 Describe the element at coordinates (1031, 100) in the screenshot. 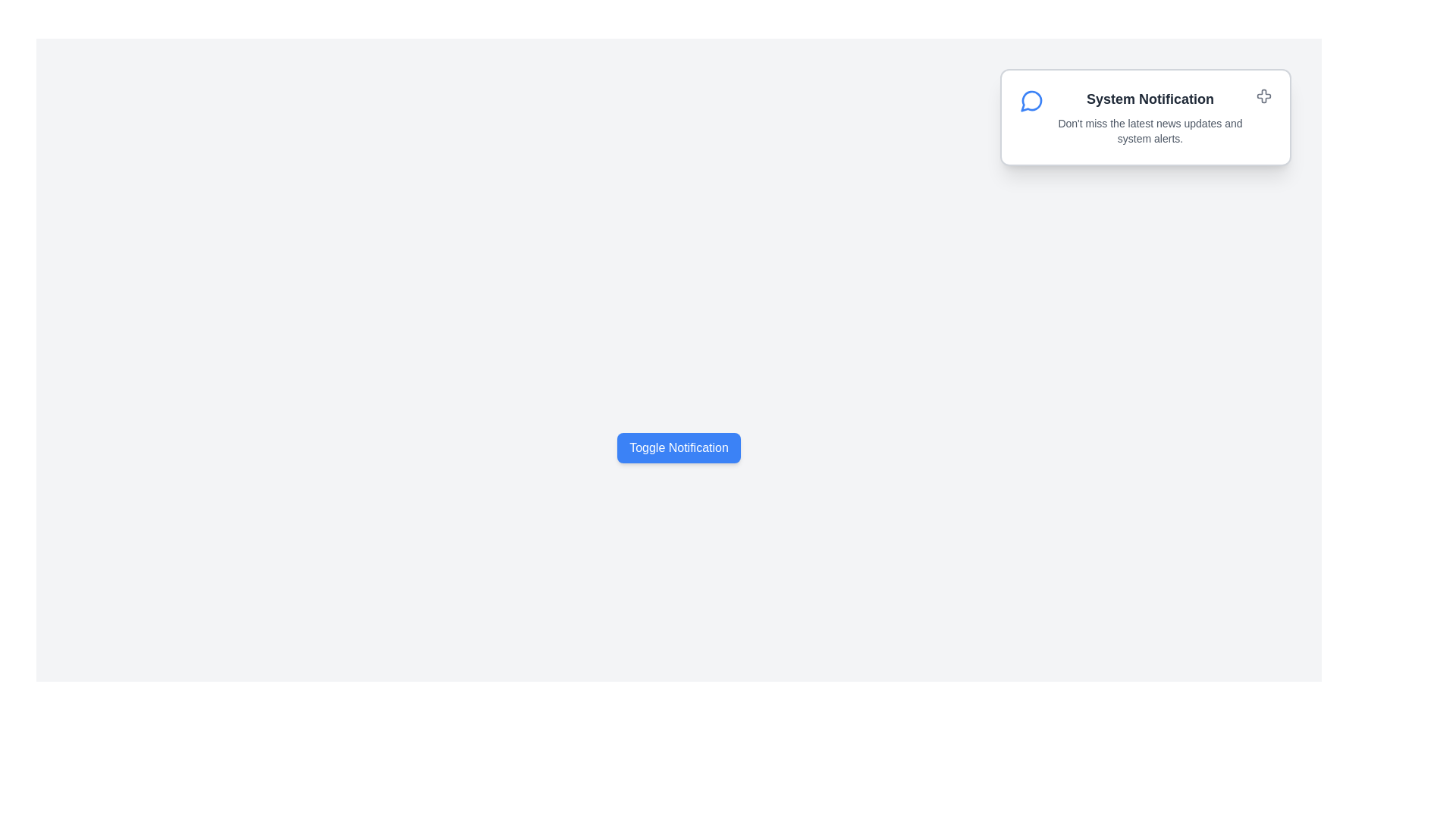

I see `the SVG-based notification icon located to the far left of the 'System Notification' text heading` at that location.